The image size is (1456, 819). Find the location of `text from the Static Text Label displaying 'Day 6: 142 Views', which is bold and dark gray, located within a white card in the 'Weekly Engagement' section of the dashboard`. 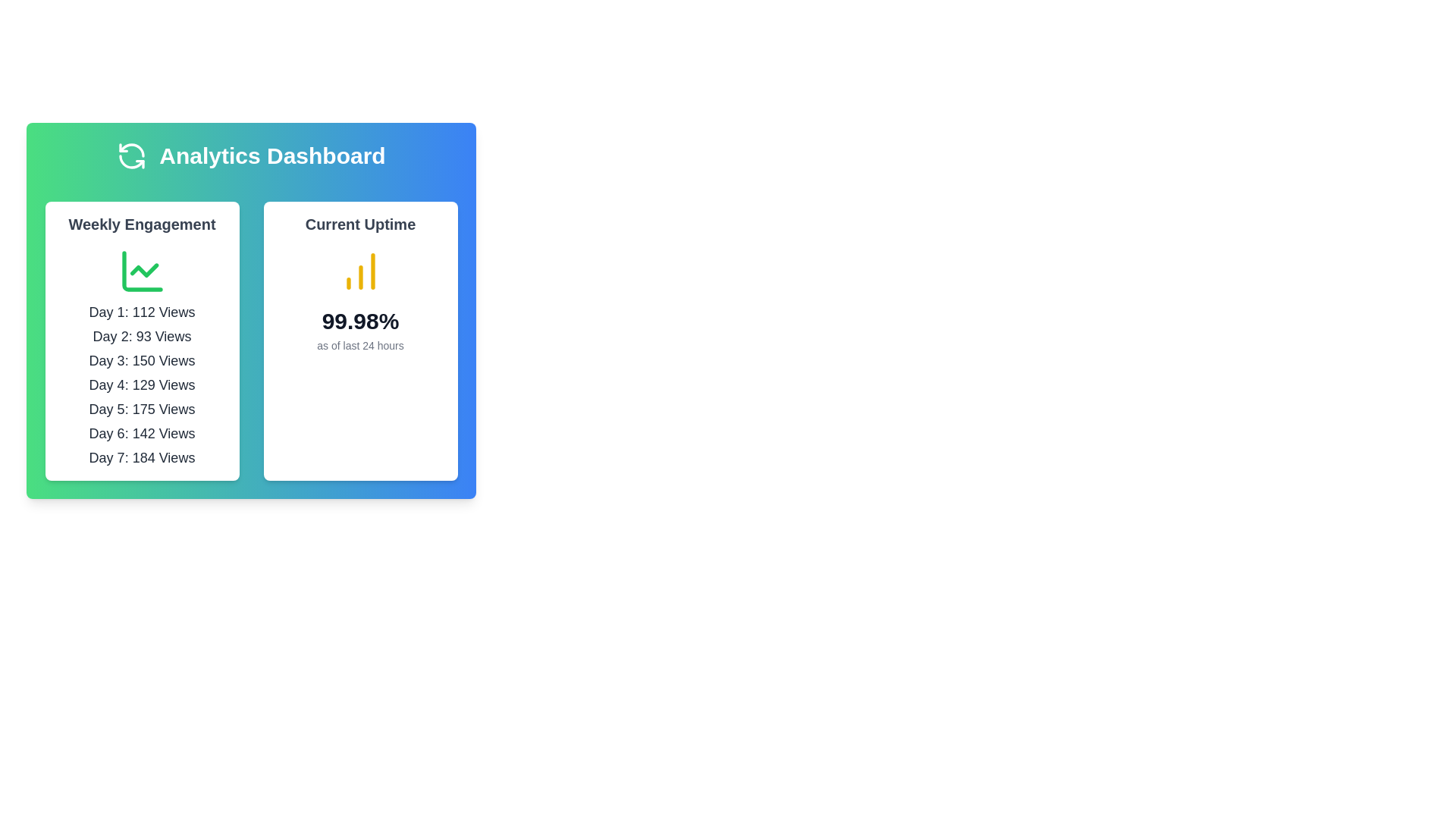

text from the Static Text Label displaying 'Day 6: 142 Views', which is bold and dark gray, located within a white card in the 'Weekly Engagement' section of the dashboard is located at coordinates (142, 433).